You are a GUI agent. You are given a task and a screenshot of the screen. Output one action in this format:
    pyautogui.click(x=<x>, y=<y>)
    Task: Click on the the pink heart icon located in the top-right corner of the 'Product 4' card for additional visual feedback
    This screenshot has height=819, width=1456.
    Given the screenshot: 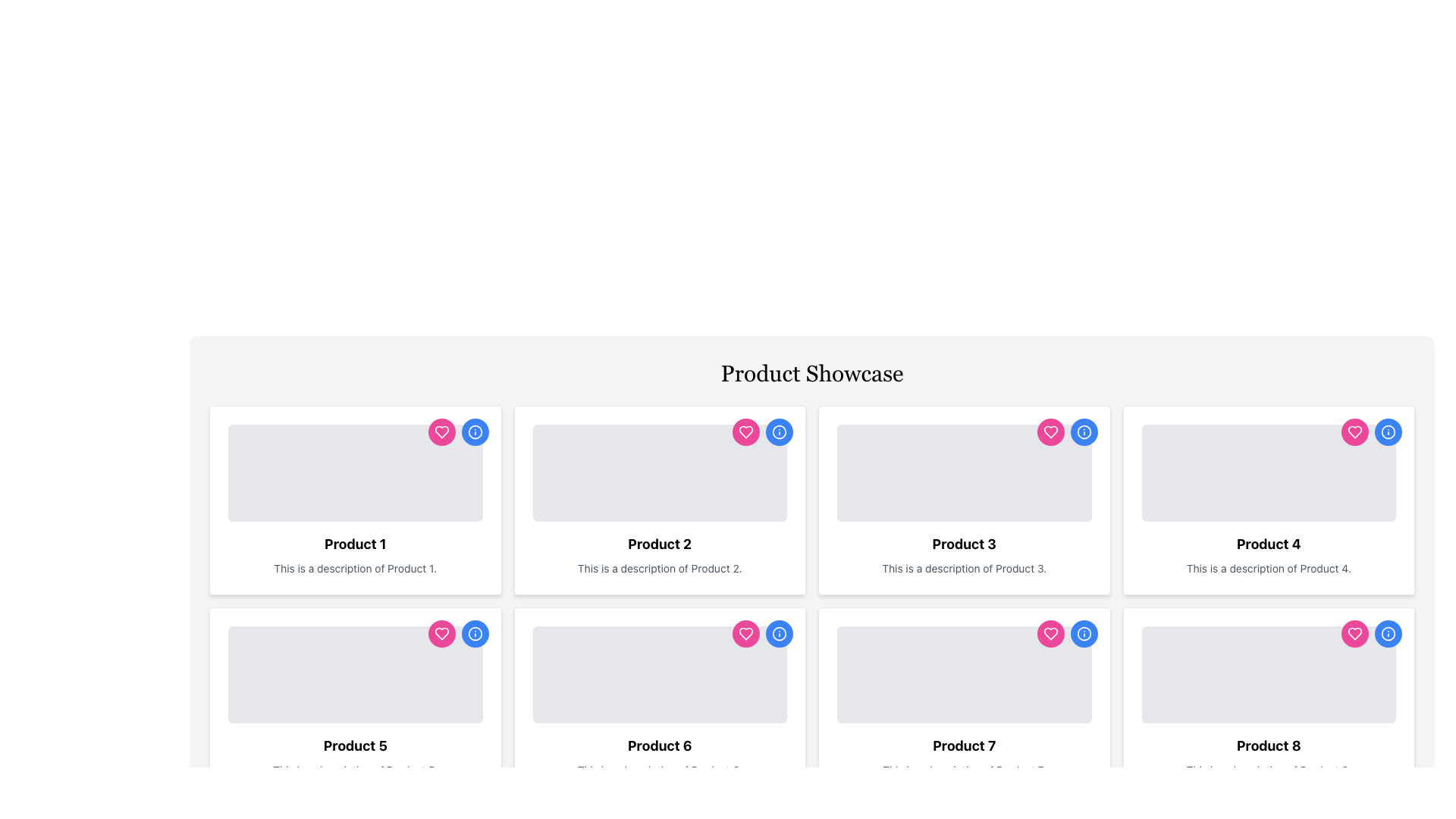 What is the action you would take?
    pyautogui.click(x=1354, y=634)
    